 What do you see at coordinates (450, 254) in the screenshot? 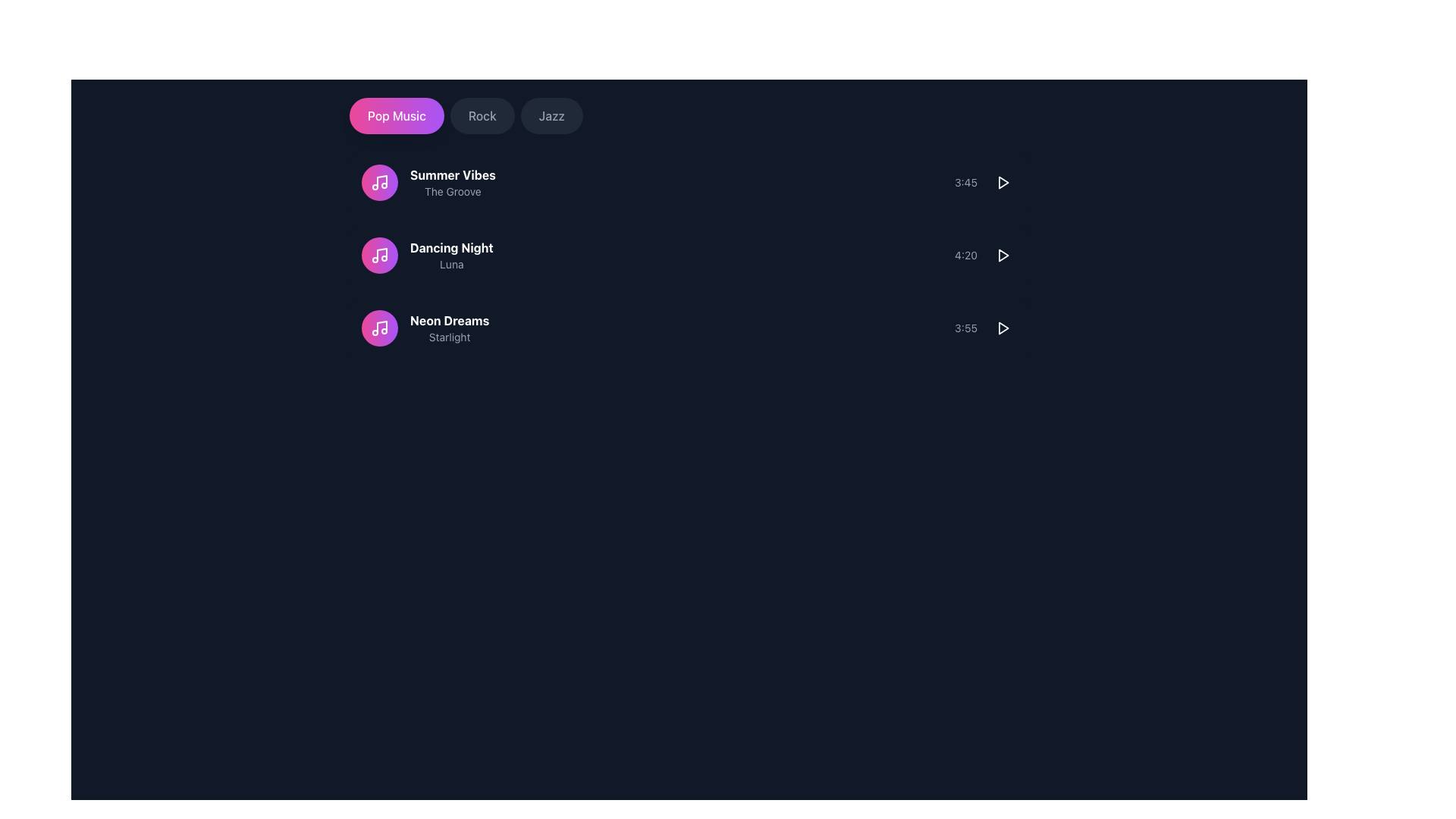
I see `the Text Display element that shows 'Dancing Night' in bold white font and 'Luna' in smaller gray font, located in a vertical list of musical entries` at bounding box center [450, 254].